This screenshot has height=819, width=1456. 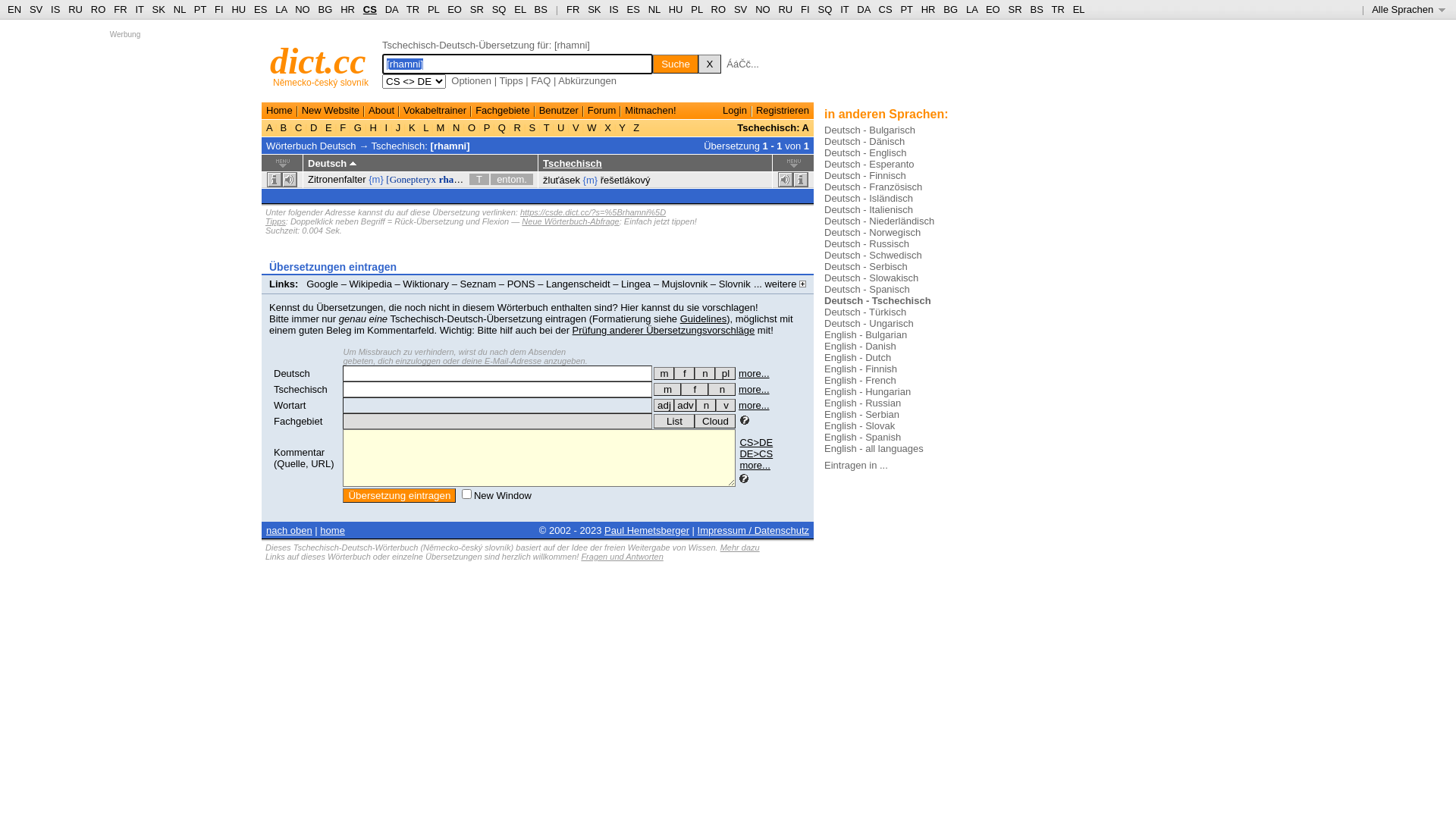 I want to click on 'n', so click(x=705, y=404).